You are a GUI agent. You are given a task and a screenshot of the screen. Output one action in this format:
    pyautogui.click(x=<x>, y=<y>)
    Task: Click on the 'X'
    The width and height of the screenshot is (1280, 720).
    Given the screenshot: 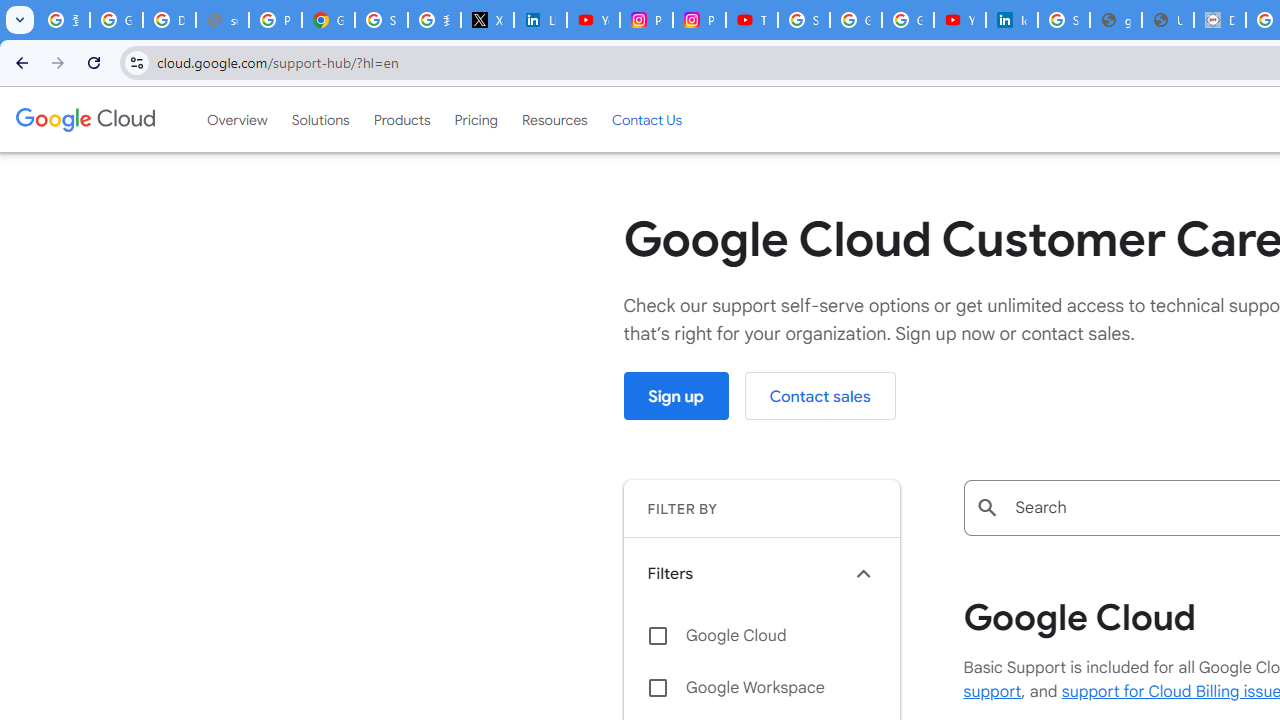 What is the action you would take?
    pyautogui.click(x=487, y=20)
    